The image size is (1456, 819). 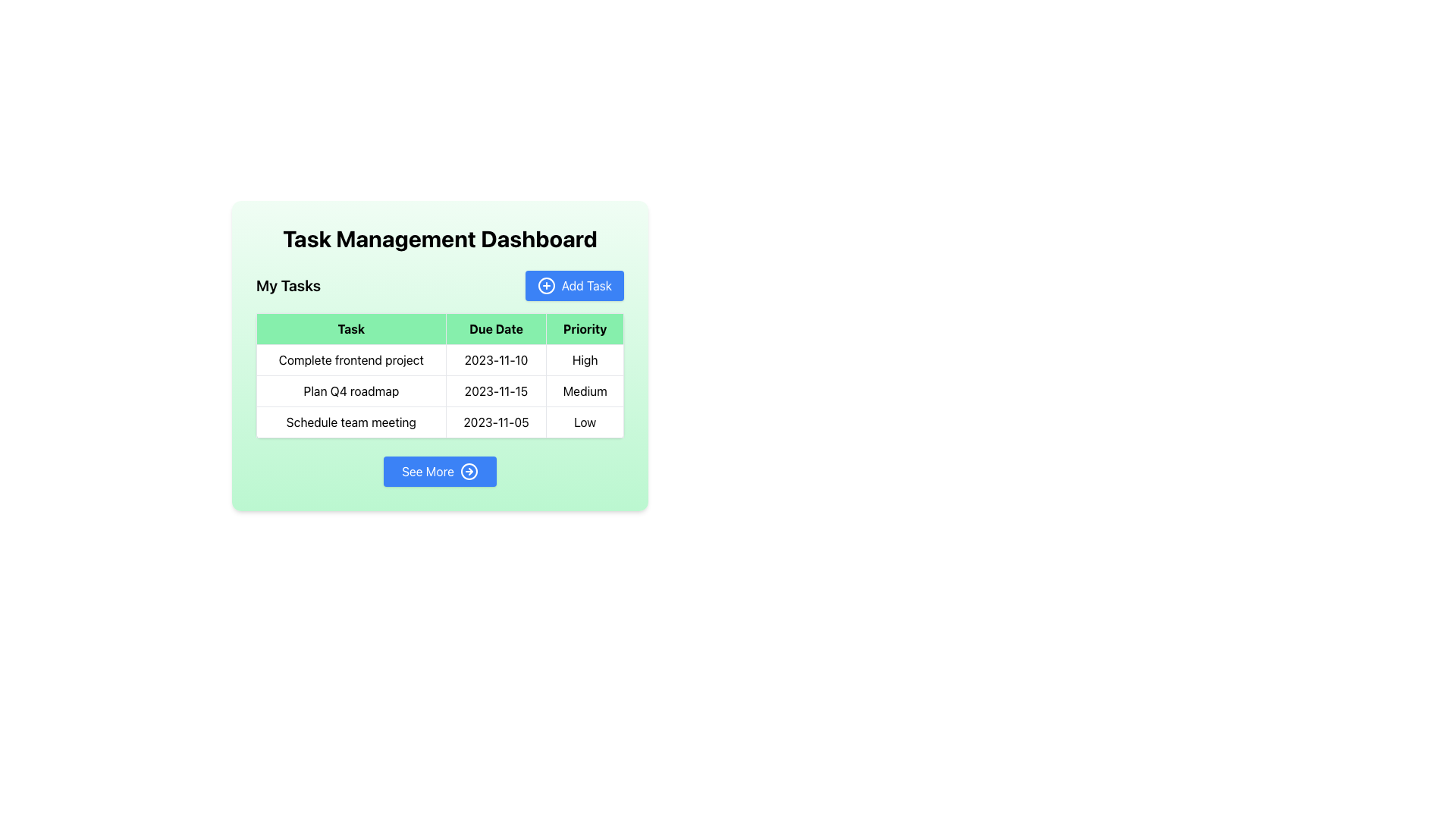 What do you see at coordinates (350, 422) in the screenshot?
I see `task name from the table cell located in the 'Task' column, specifically the cell containing 'Schedule team meeting'` at bounding box center [350, 422].